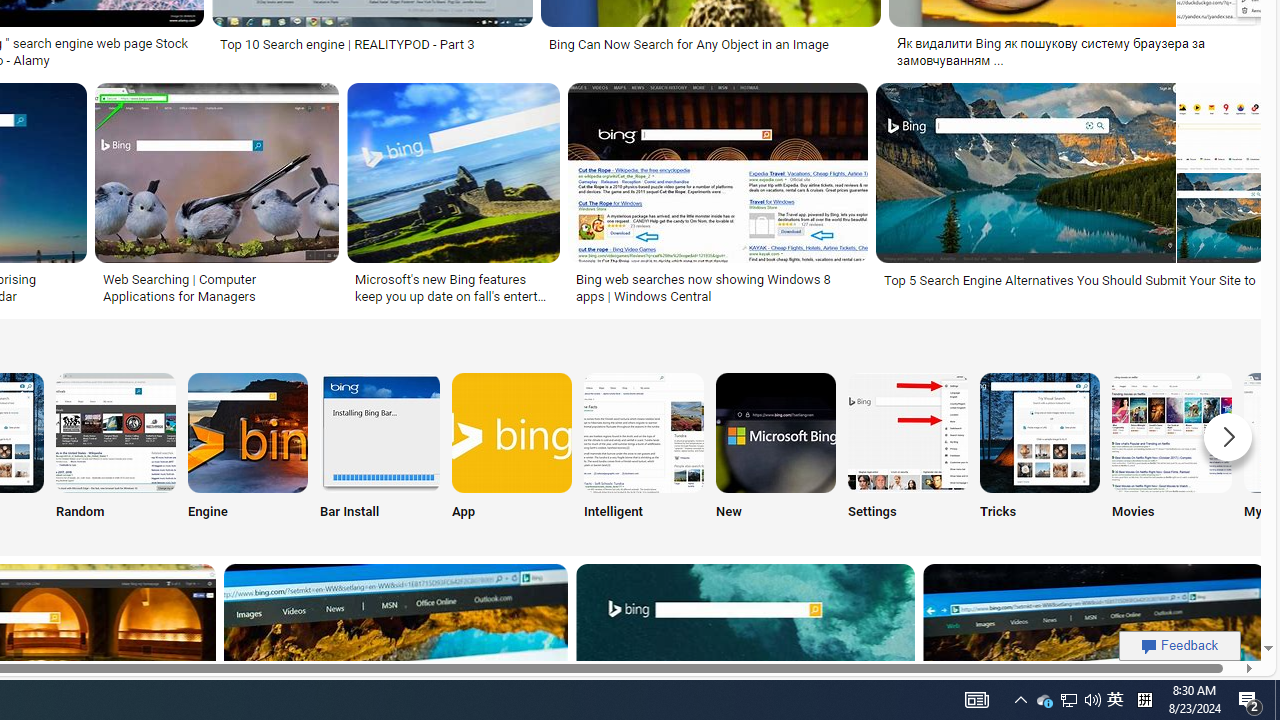  What do you see at coordinates (115, 450) in the screenshot?
I see `'Bing Random Search Random'` at bounding box center [115, 450].